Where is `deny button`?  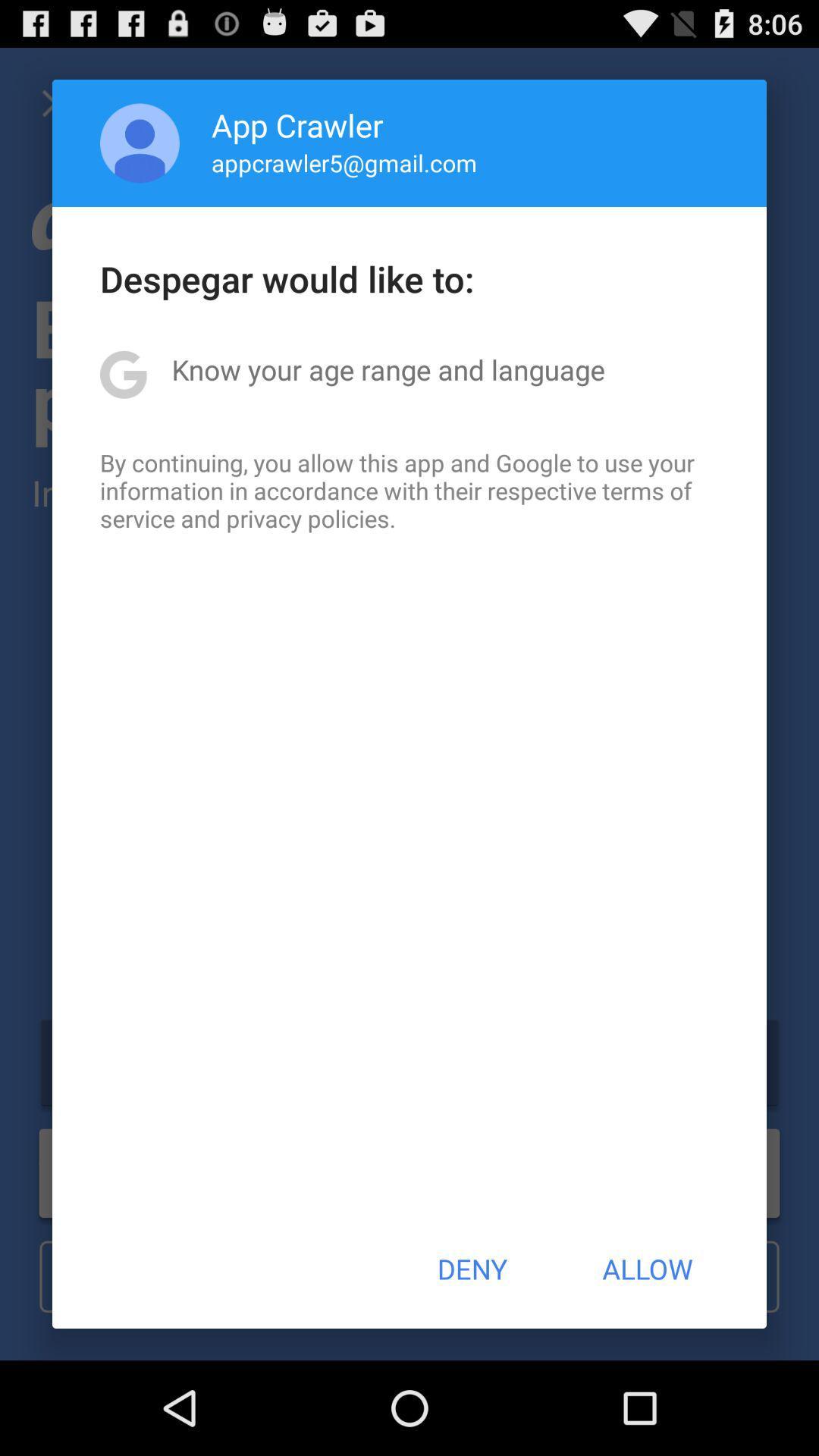
deny button is located at coordinates (471, 1269).